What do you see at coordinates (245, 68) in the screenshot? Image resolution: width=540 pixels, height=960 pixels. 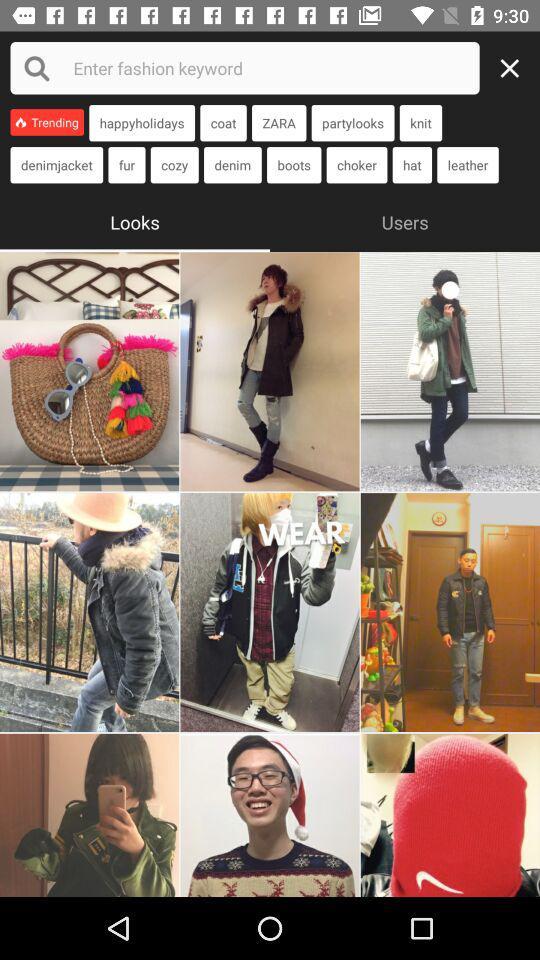 I see `fashion keyword` at bounding box center [245, 68].